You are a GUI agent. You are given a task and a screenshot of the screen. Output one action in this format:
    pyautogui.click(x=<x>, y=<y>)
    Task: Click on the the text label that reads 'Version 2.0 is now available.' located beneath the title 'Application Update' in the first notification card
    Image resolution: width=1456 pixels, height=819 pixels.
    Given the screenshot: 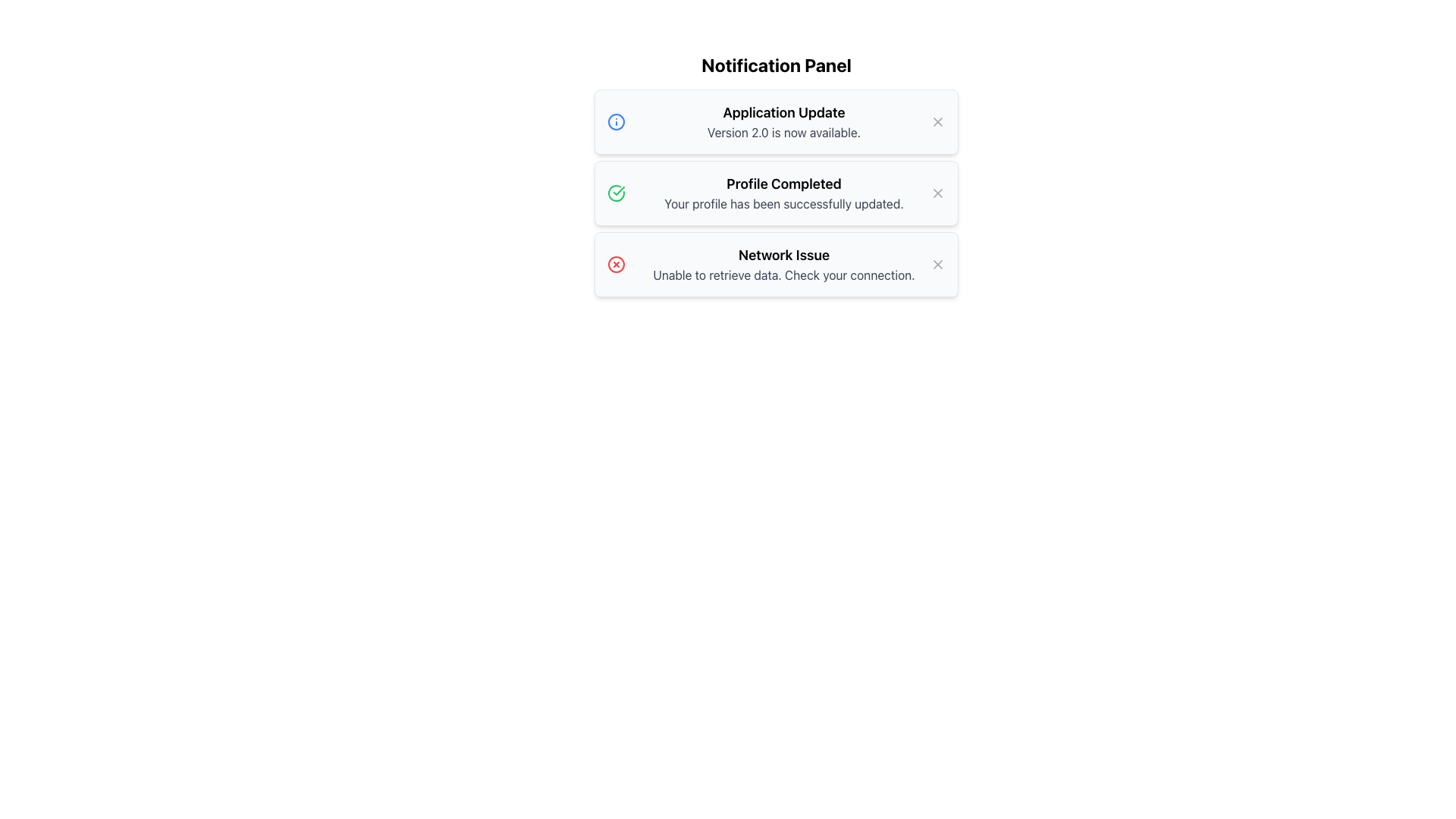 What is the action you would take?
    pyautogui.click(x=783, y=131)
    